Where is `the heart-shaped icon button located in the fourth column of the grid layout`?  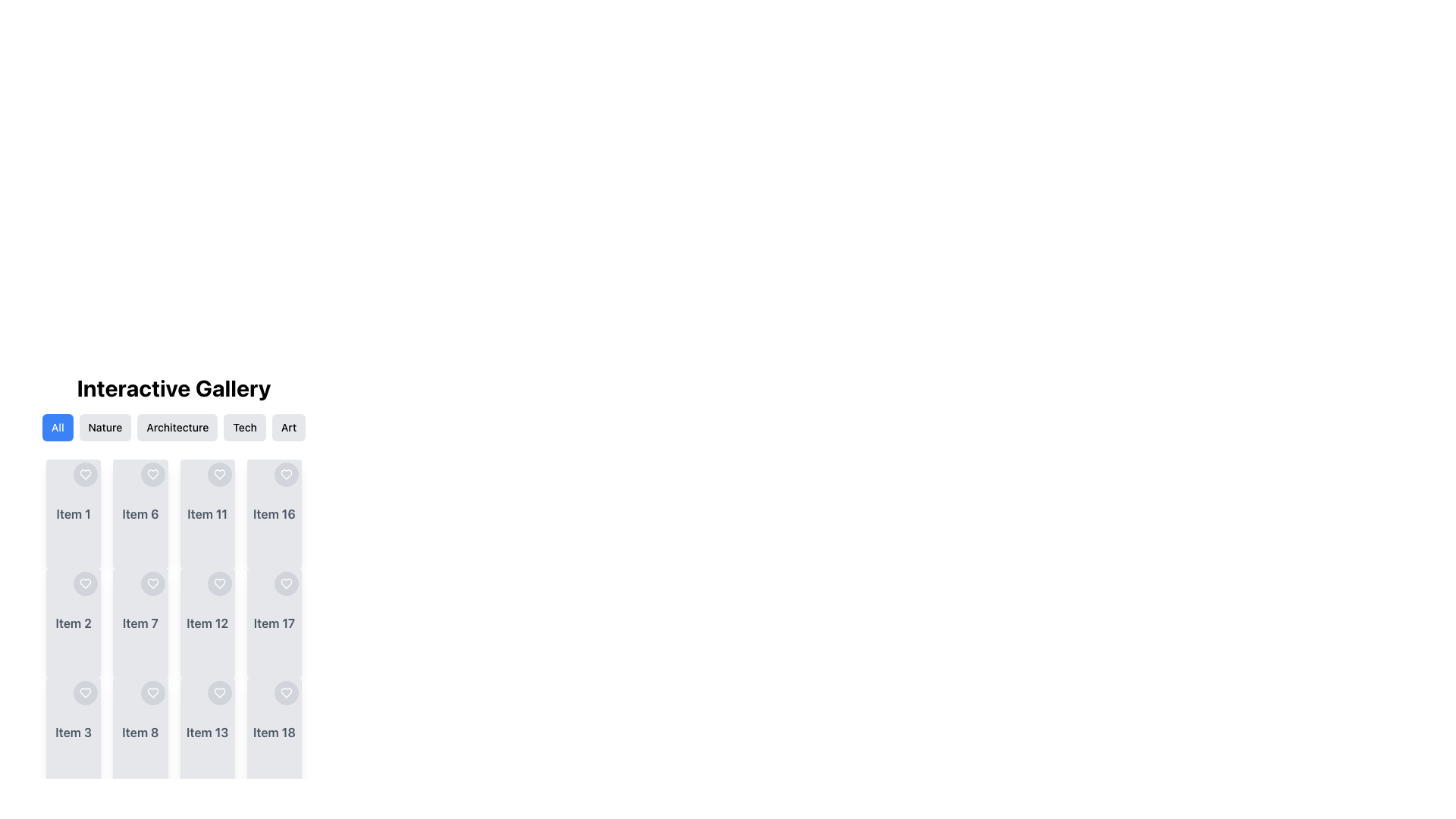 the heart-shaped icon button located in the fourth column of the grid layout is located at coordinates (287, 693).